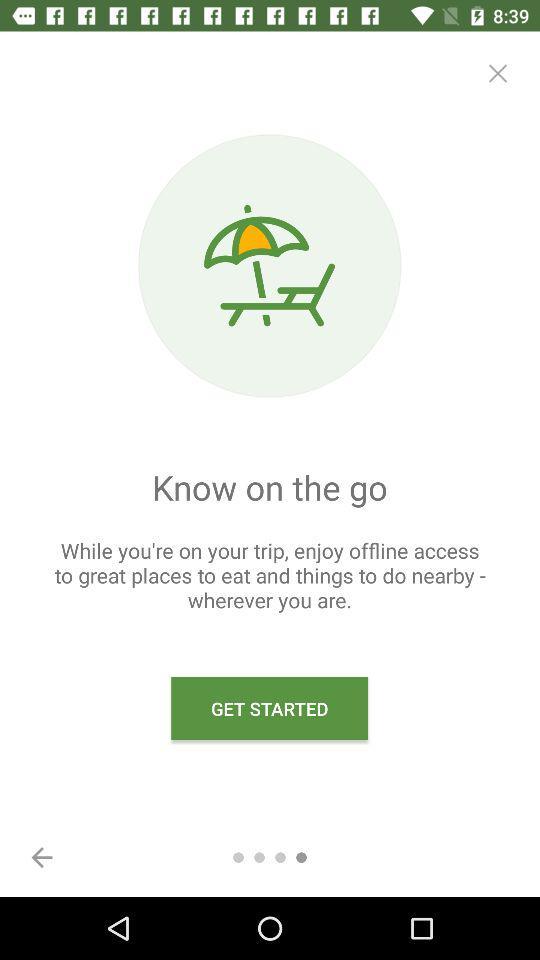 The image size is (540, 960). What do you see at coordinates (496, 73) in the screenshot?
I see `the close icon` at bounding box center [496, 73].